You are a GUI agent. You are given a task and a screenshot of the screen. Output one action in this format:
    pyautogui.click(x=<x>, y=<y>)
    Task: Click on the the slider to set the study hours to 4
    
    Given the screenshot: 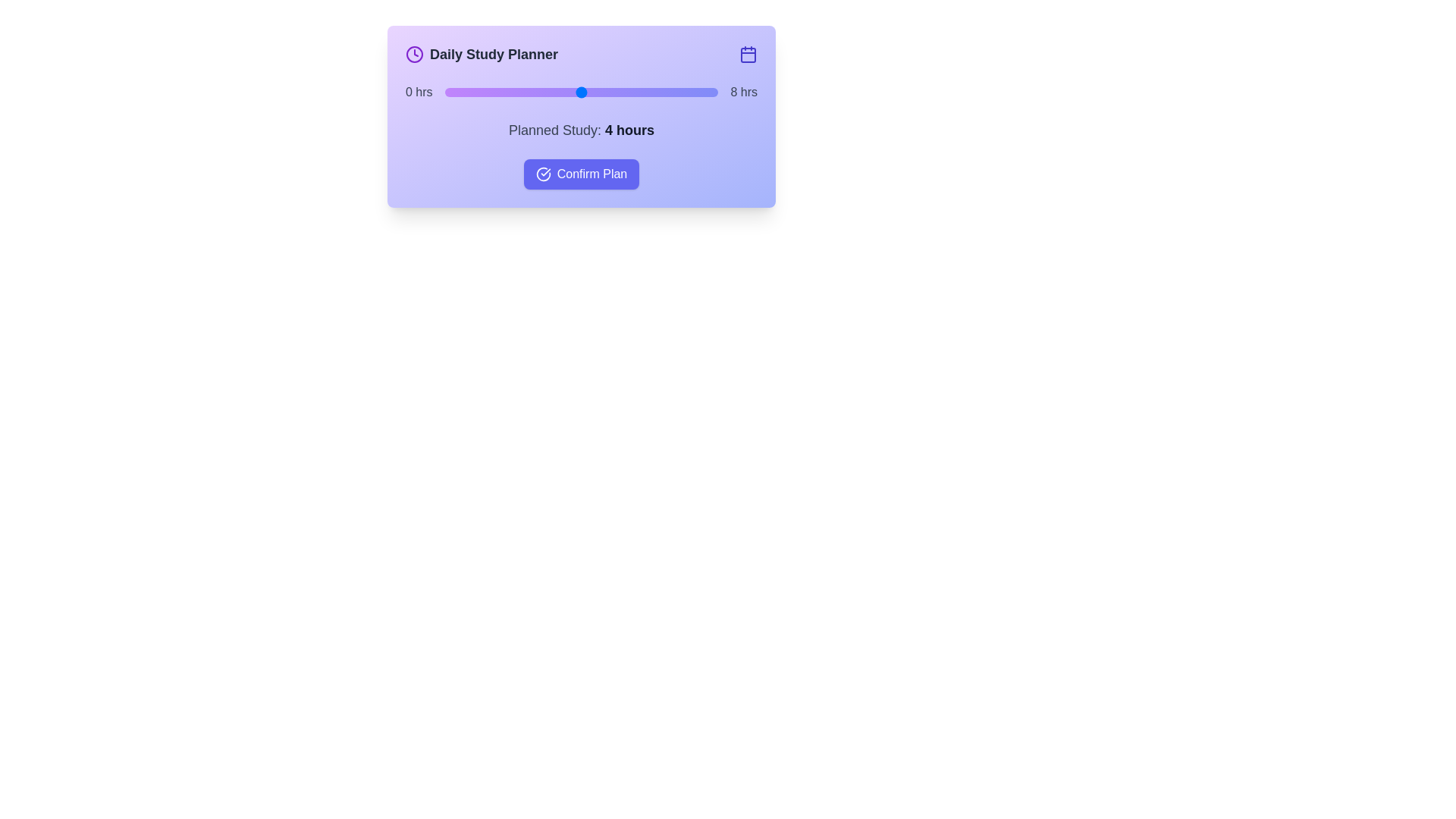 What is the action you would take?
    pyautogui.click(x=581, y=93)
    